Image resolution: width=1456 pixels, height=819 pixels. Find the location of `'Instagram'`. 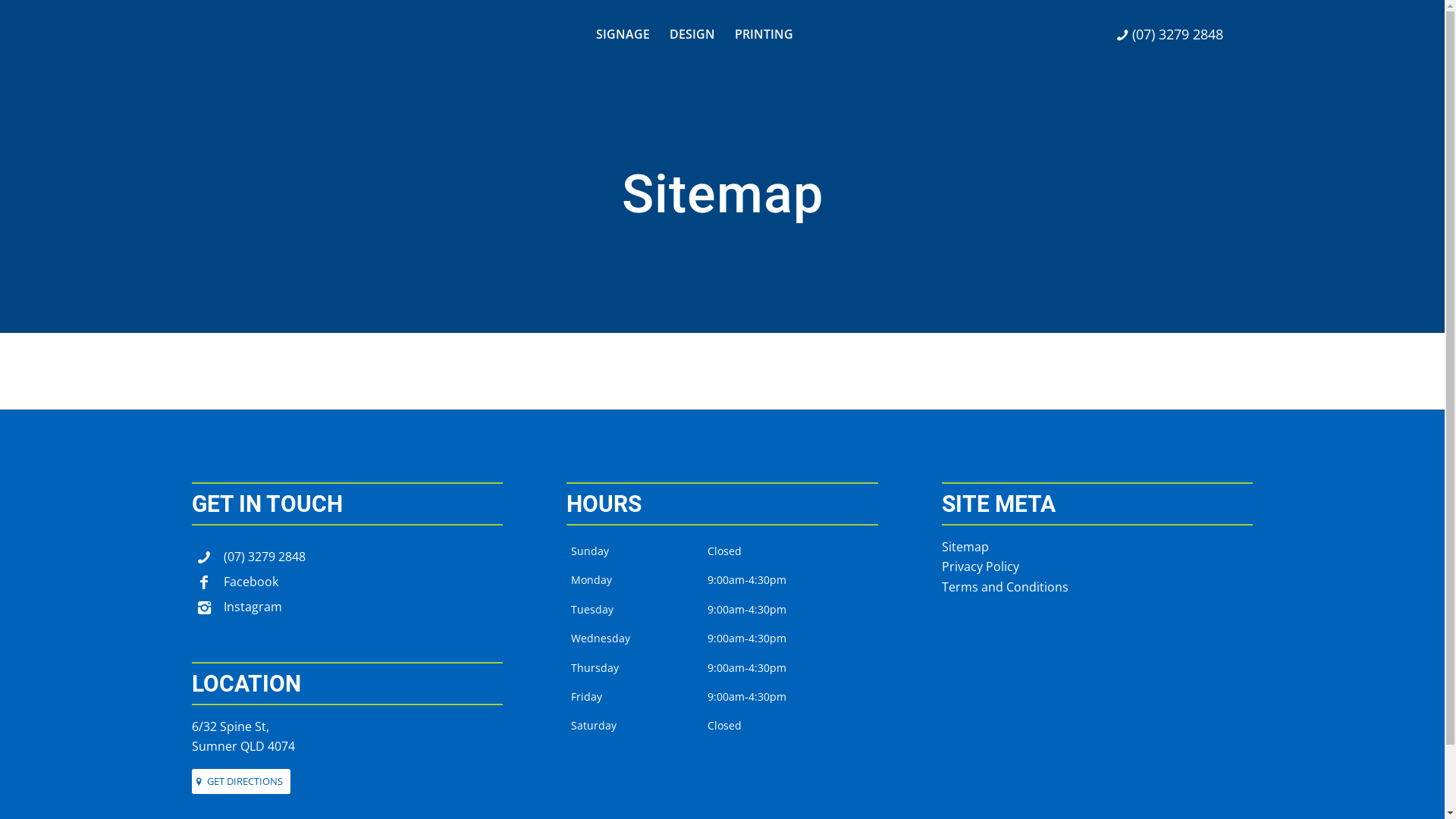

'Instagram' is located at coordinates (252, 605).